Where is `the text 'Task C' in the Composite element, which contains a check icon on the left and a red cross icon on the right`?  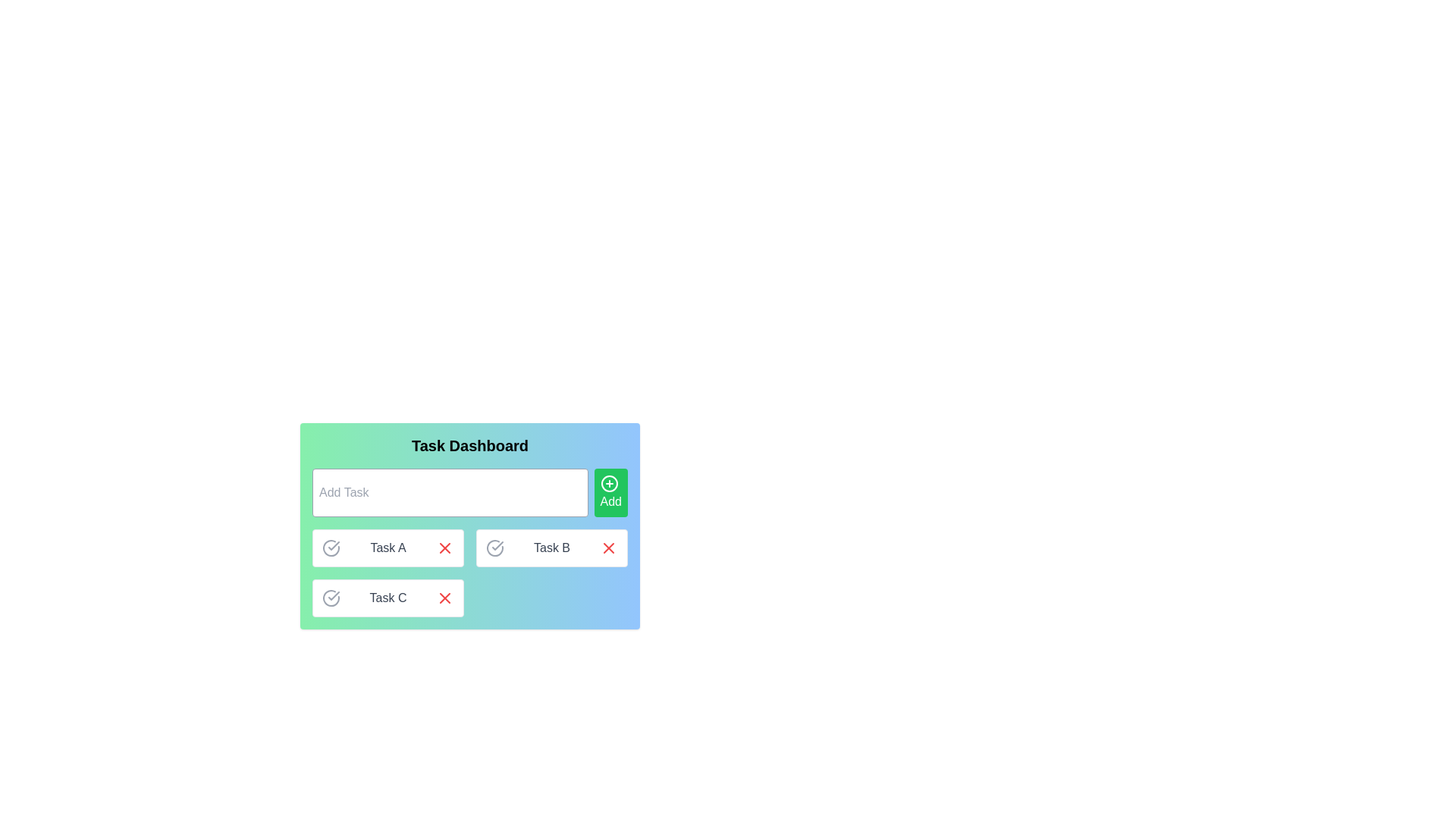 the text 'Task C' in the Composite element, which contains a check icon on the left and a red cross icon on the right is located at coordinates (388, 598).